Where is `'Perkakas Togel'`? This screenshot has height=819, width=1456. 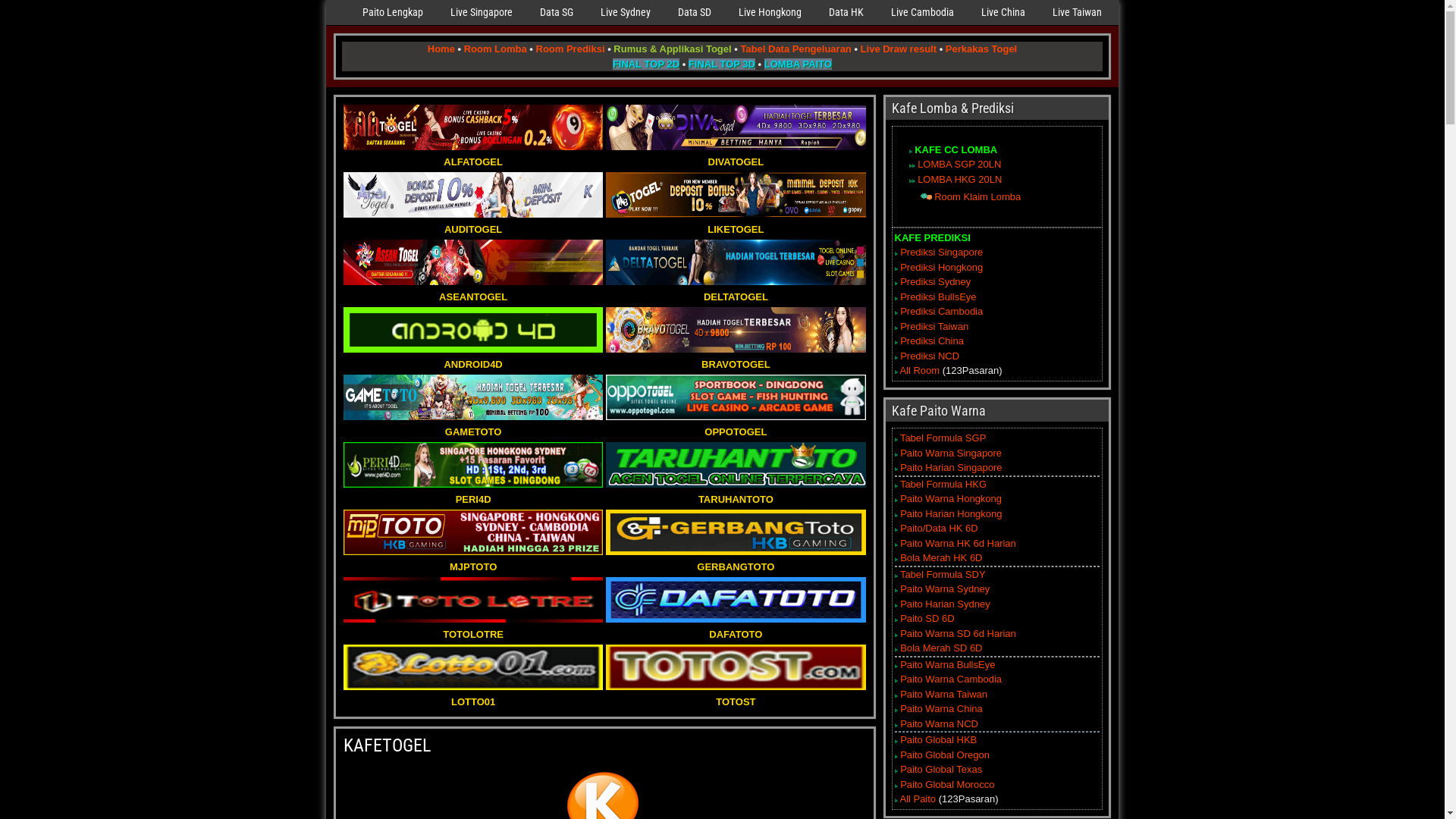 'Perkakas Togel' is located at coordinates (981, 48).